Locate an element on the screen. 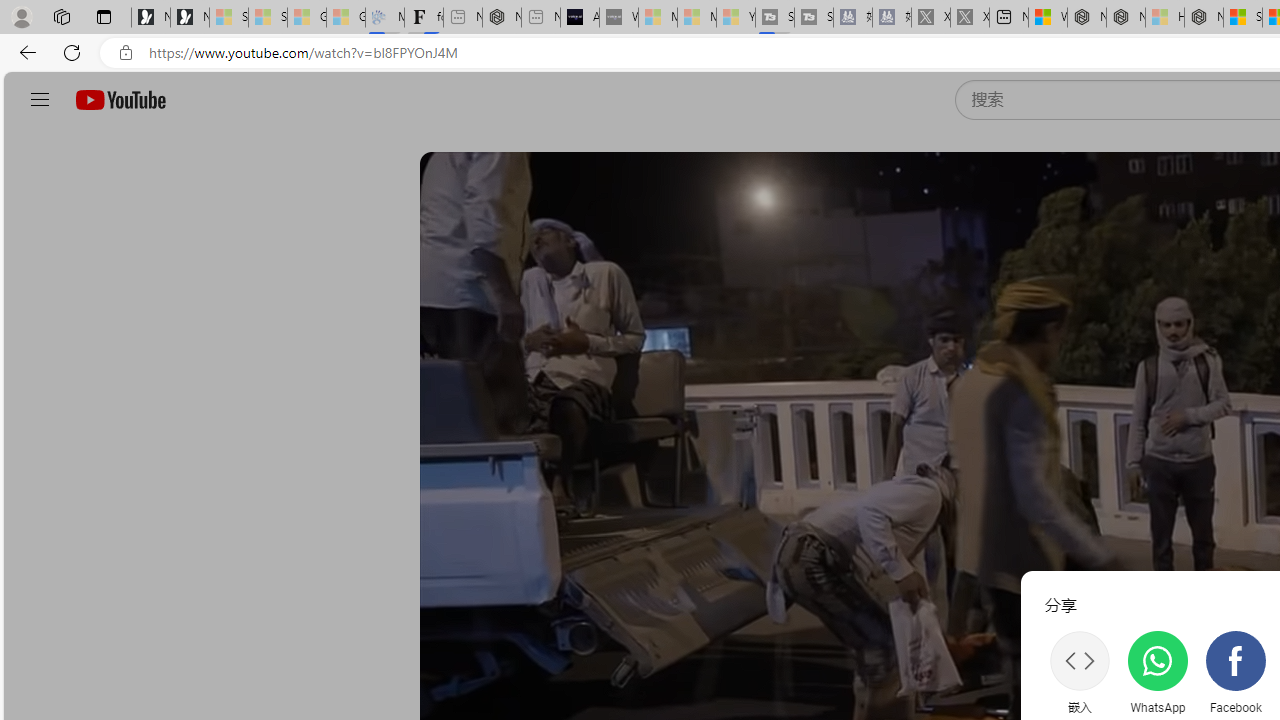  'What' is located at coordinates (617, 17).